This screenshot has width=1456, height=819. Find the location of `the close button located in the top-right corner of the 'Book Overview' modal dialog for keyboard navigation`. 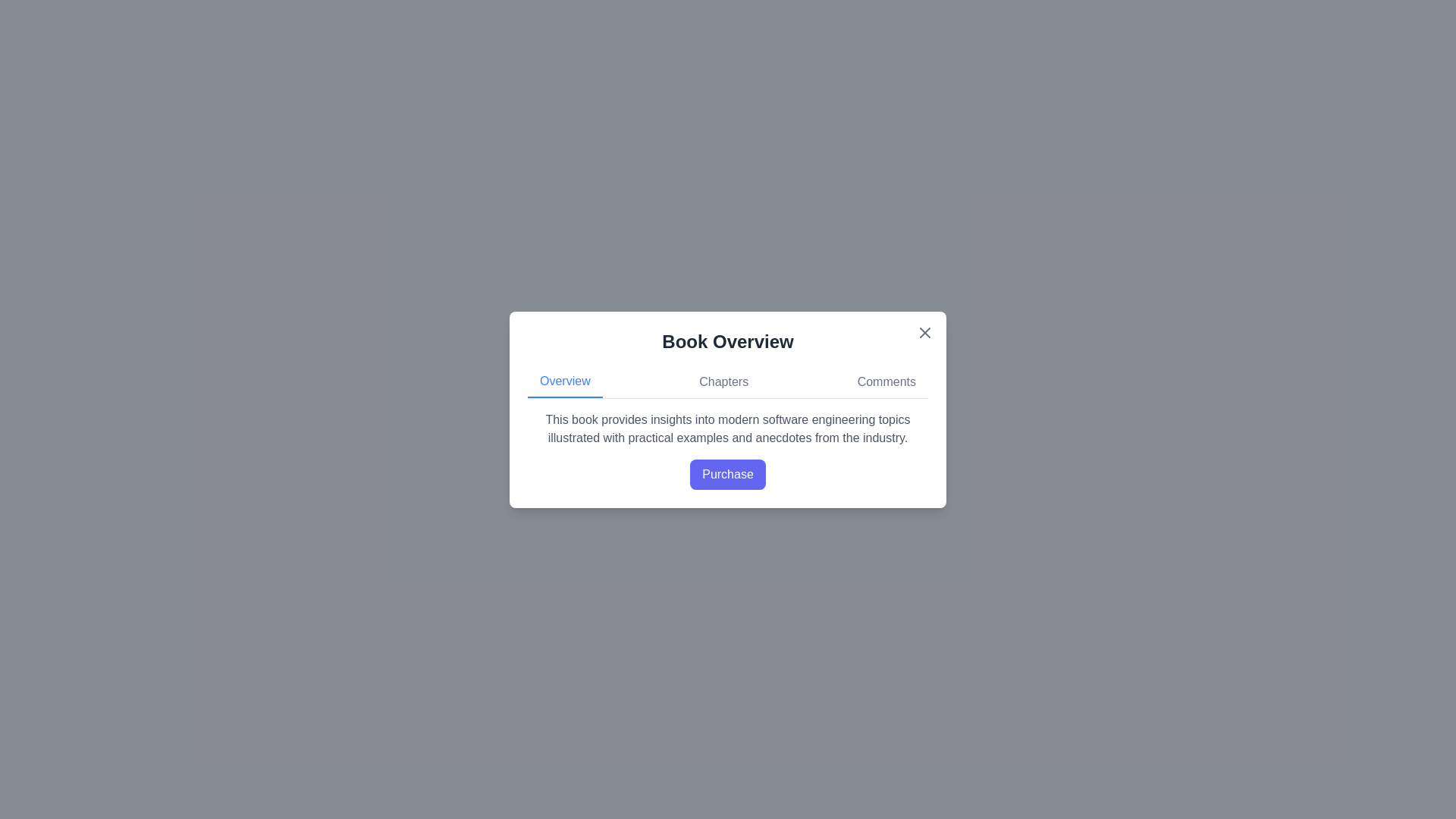

the close button located in the top-right corner of the 'Book Overview' modal dialog for keyboard navigation is located at coordinates (924, 331).